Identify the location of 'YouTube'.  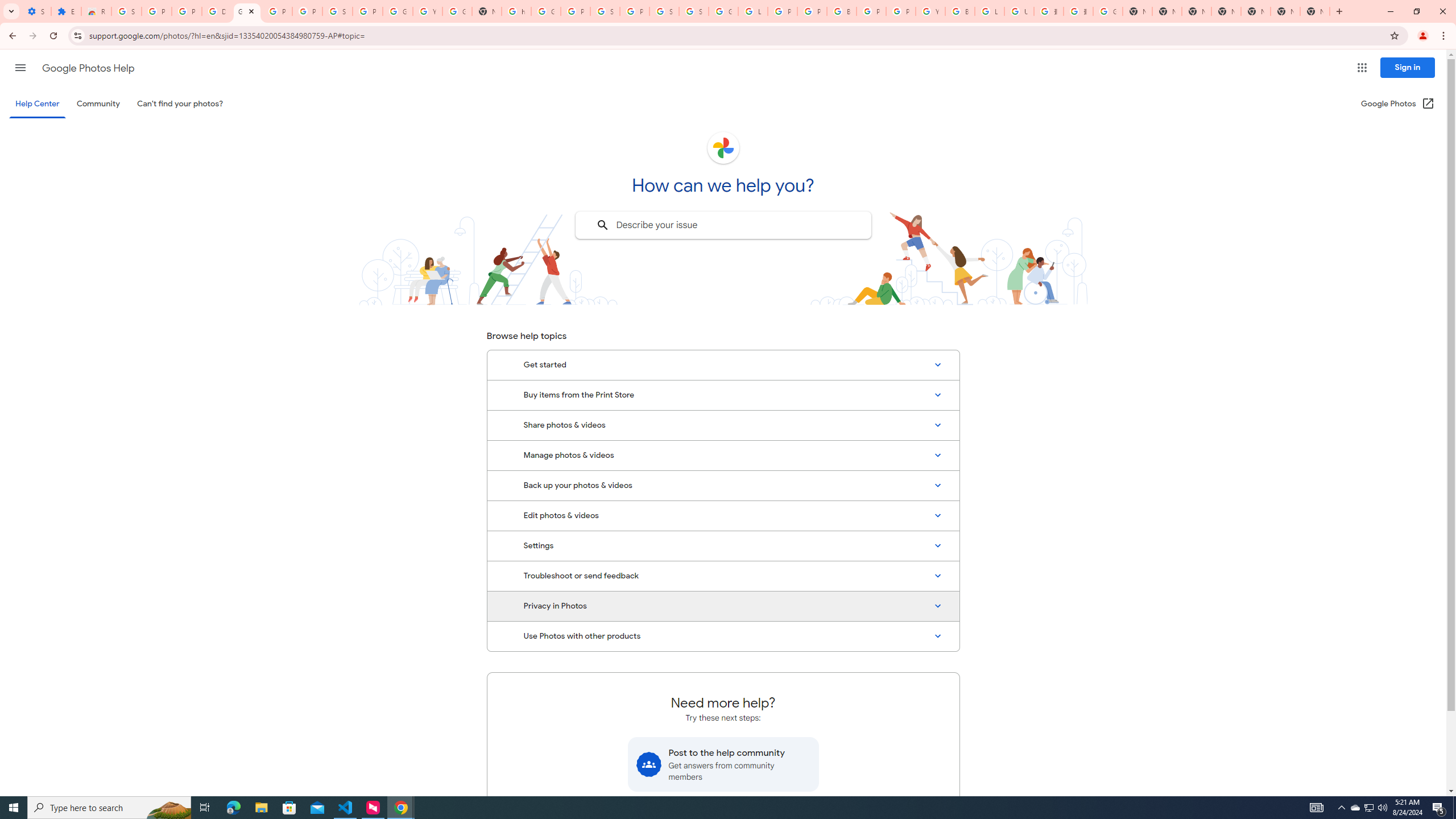
(929, 11).